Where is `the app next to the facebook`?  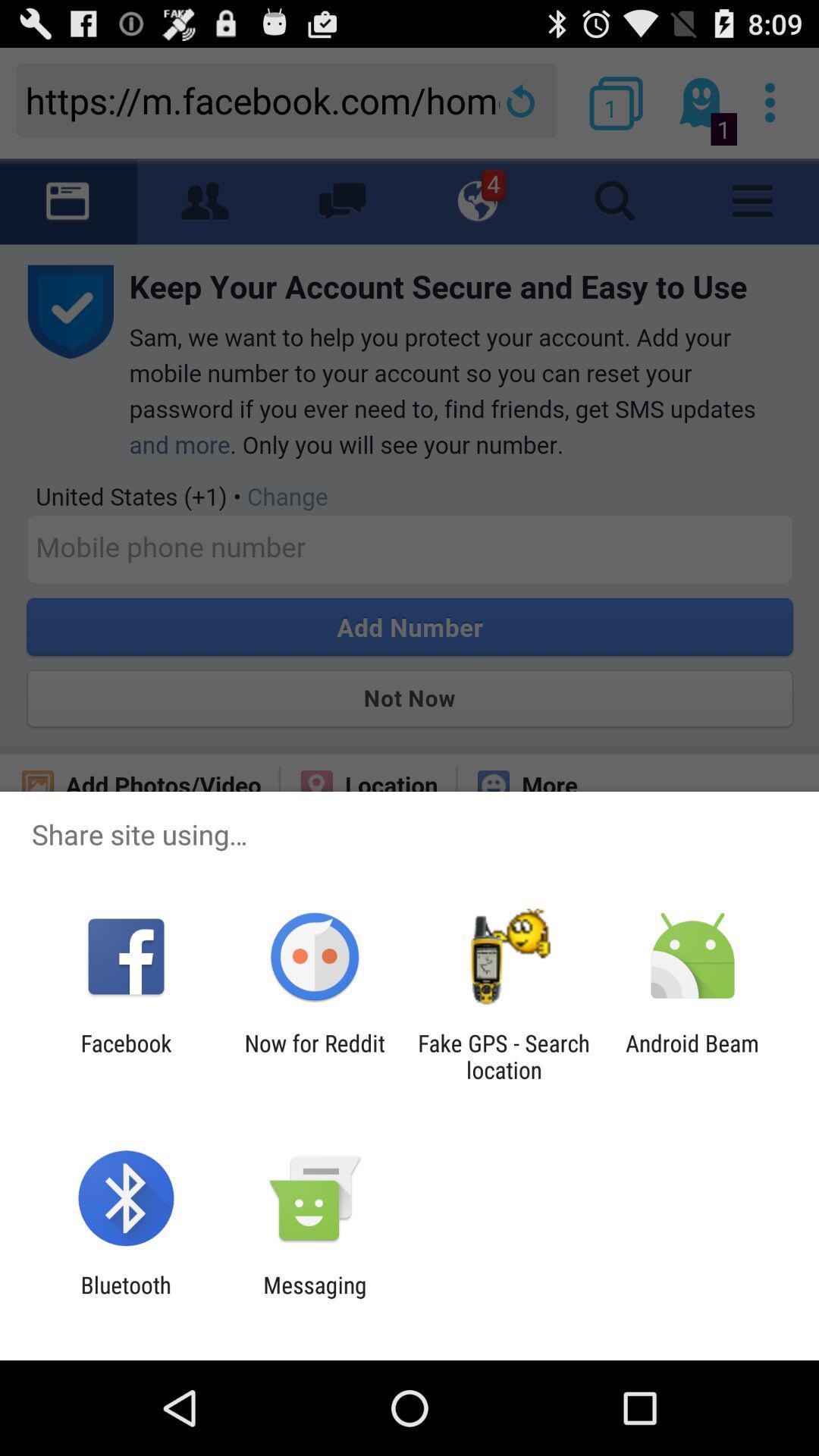 the app next to the facebook is located at coordinates (314, 1056).